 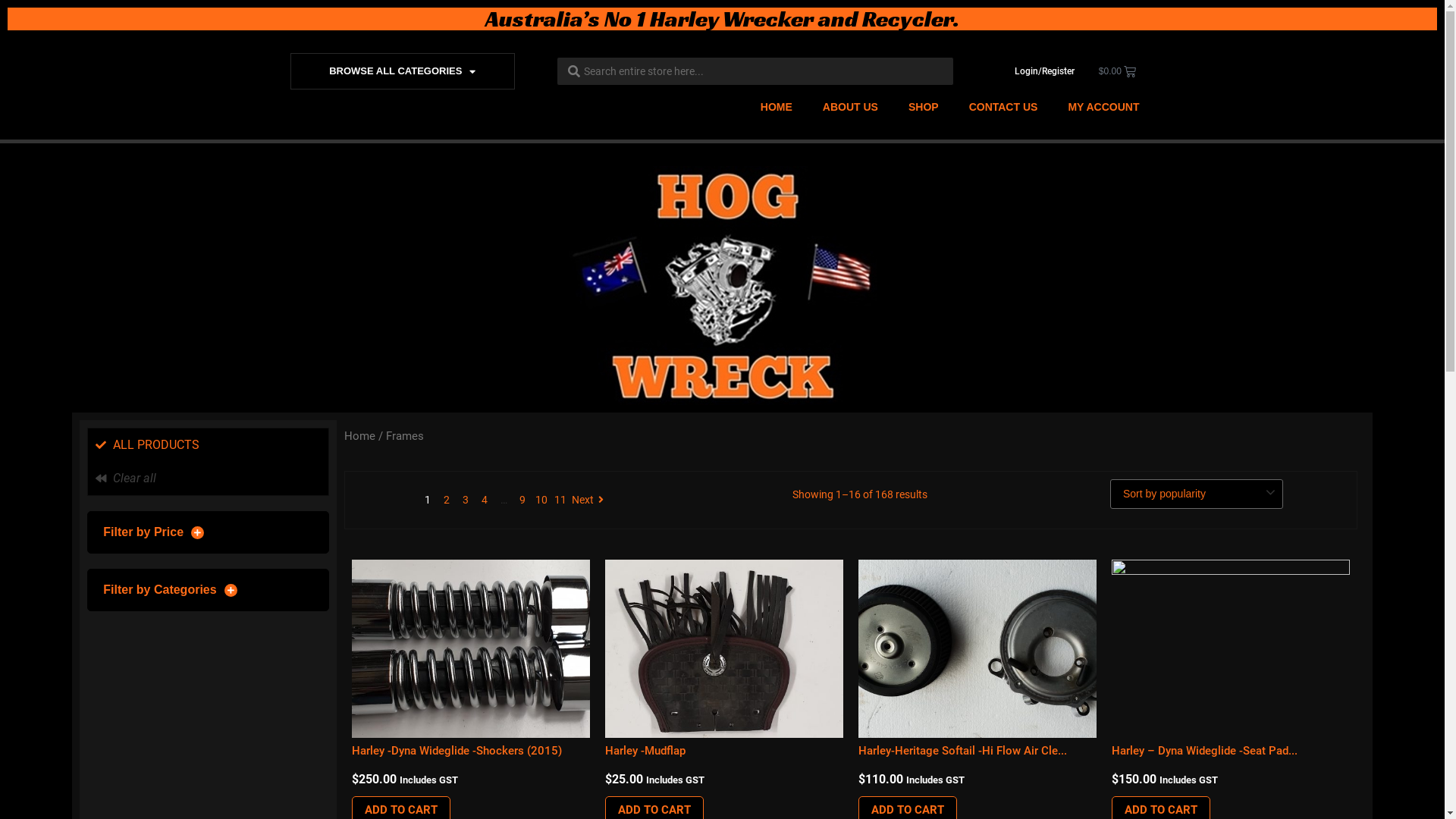 What do you see at coordinates (207, 444) in the screenshot?
I see `'ALL PRODUCTS'` at bounding box center [207, 444].